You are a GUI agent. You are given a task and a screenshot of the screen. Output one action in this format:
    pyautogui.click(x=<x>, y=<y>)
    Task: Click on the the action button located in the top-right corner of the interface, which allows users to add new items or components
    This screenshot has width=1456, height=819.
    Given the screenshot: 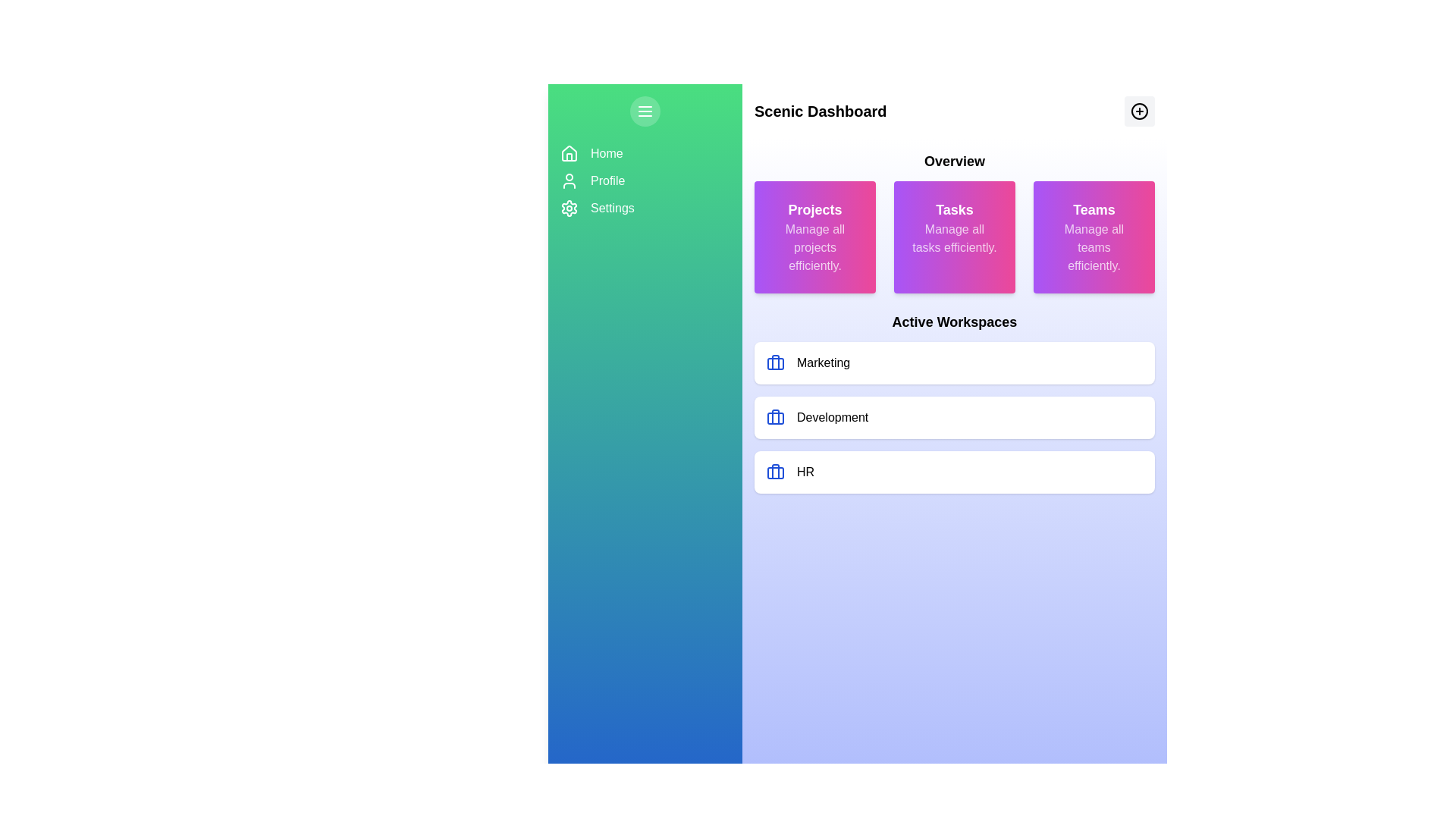 What is the action you would take?
    pyautogui.click(x=1139, y=110)
    